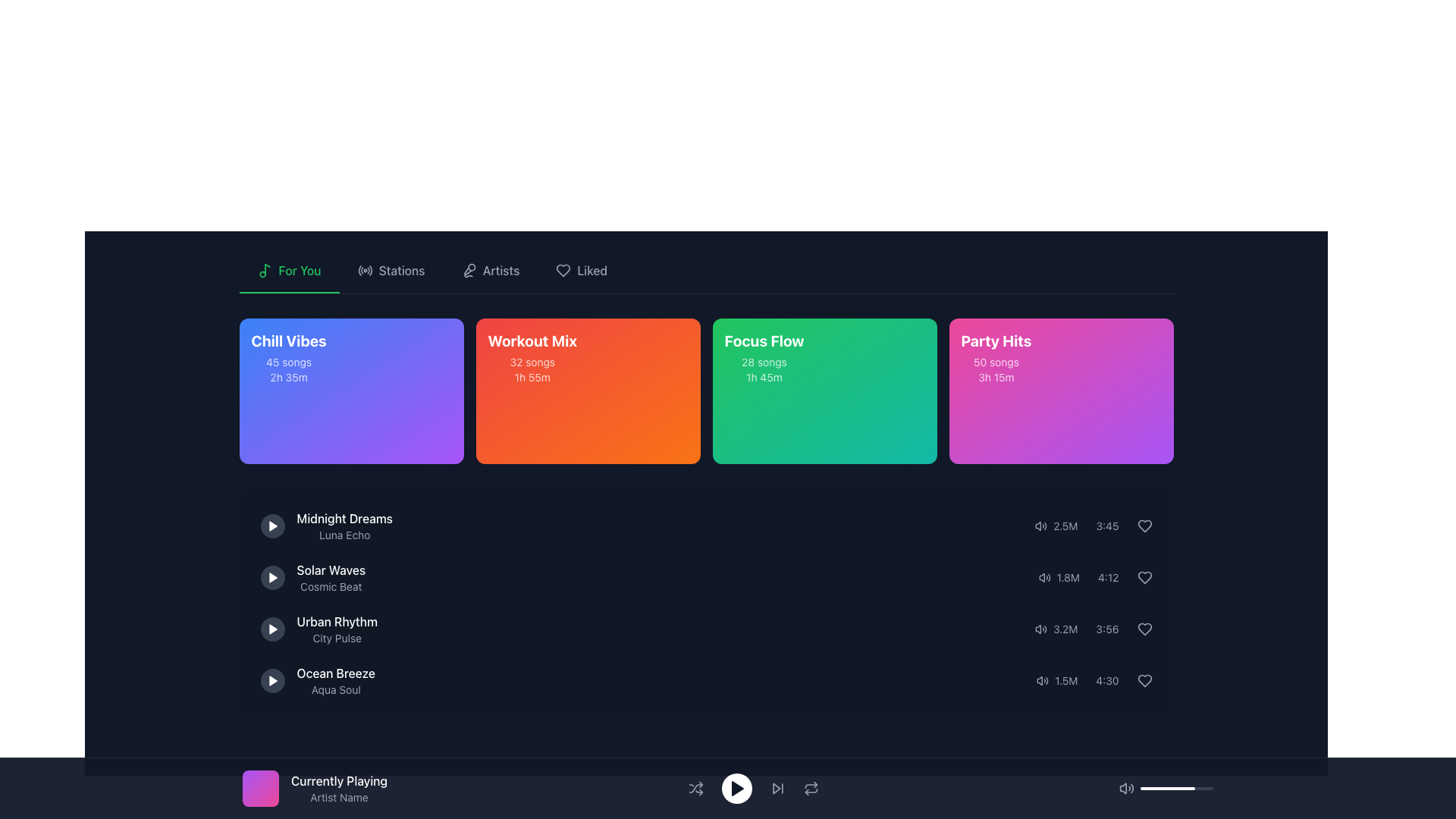 This screenshot has height=819, width=1456. I want to click on displayed text from the Text display component that shows 'Currently Playing' and 'Artist Name' located near the bottom center of the application interface, so click(338, 788).